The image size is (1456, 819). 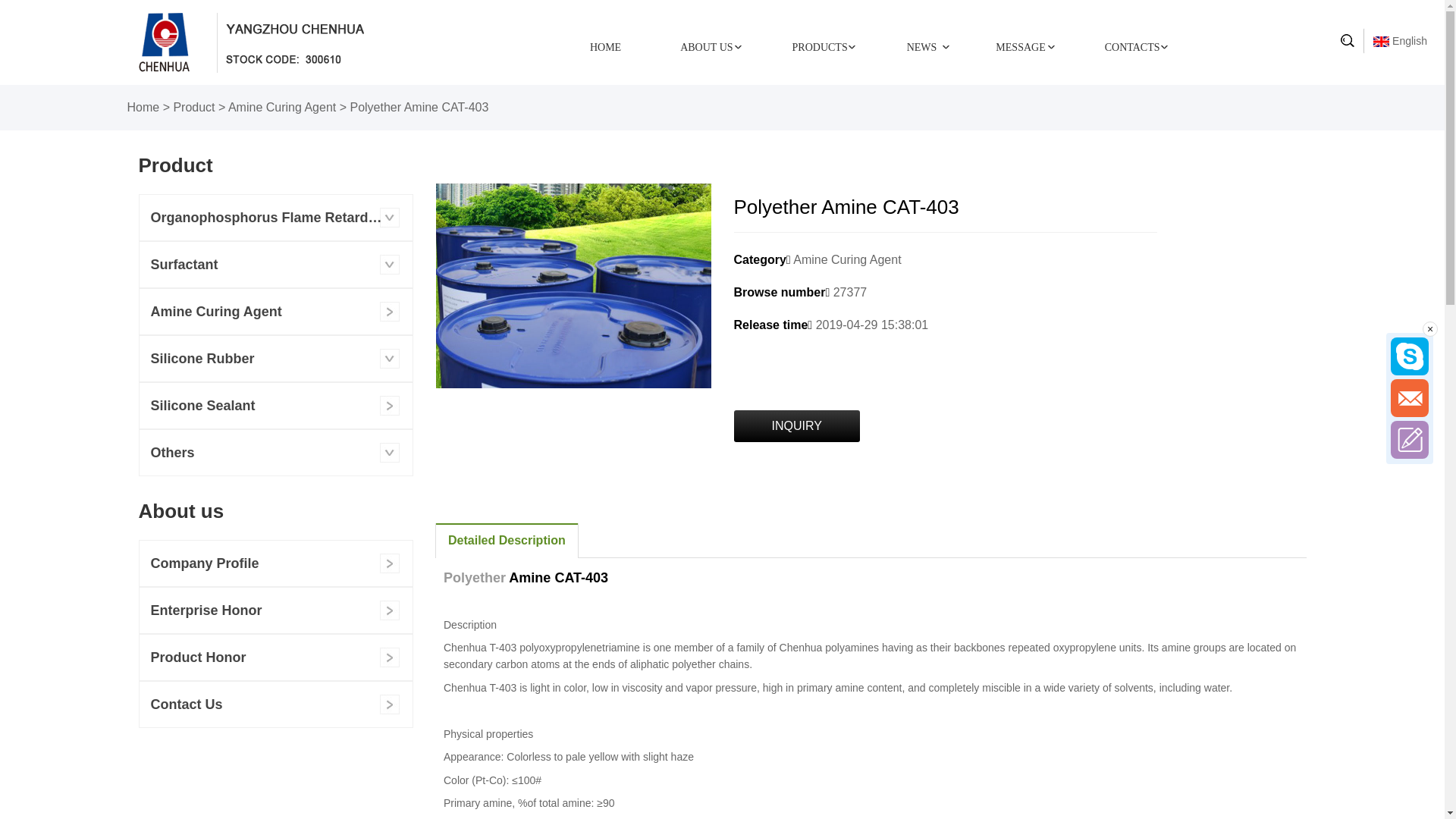 What do you see at coordinates (819, 45) in the screenshot?
I see `'PRODUCTS'` at bounding box center [819, 45].